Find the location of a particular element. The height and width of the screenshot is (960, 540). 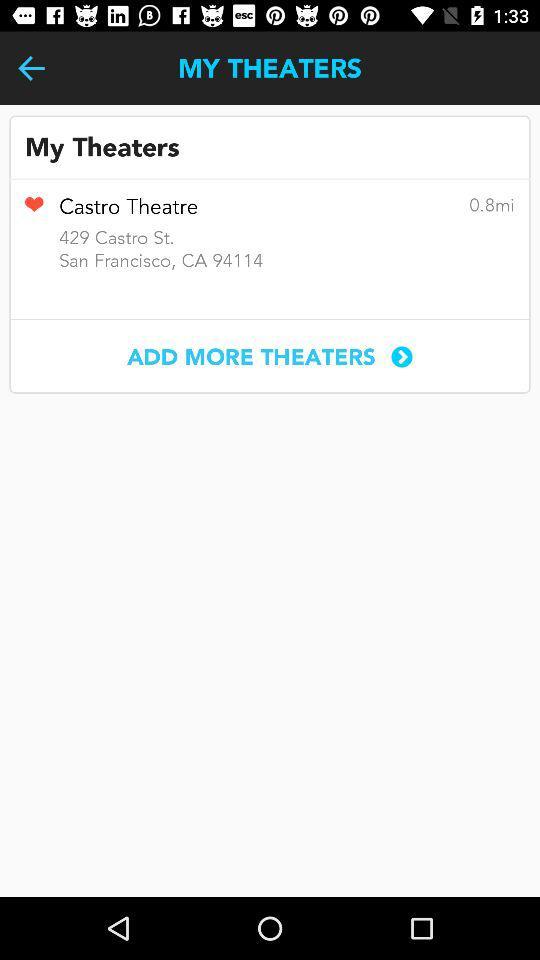

remove from favorites is located at coordinates (33, 211).